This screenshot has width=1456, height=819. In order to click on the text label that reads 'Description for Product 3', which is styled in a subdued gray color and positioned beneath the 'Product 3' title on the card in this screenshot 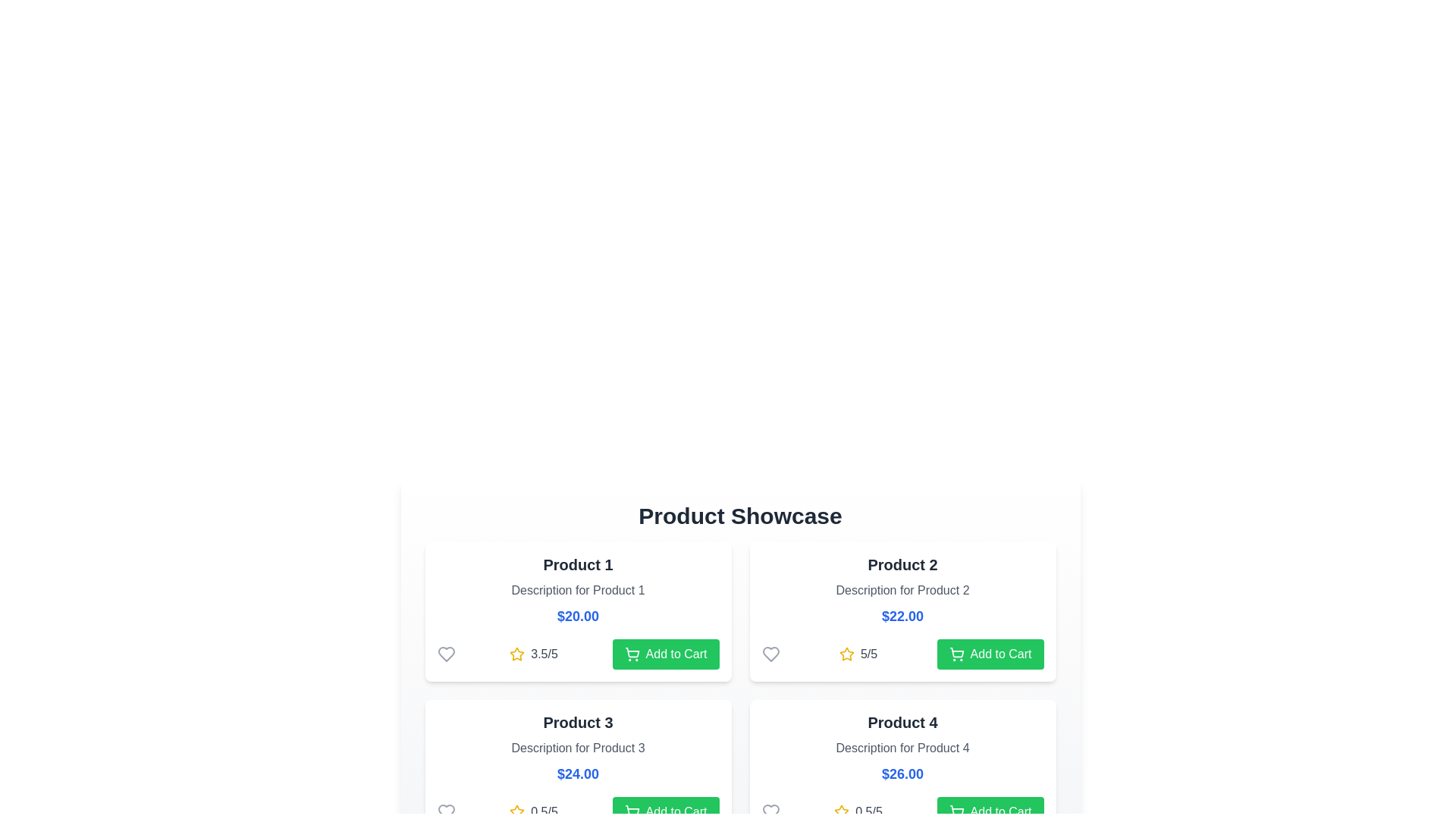, I will do `click(577, 748)`.